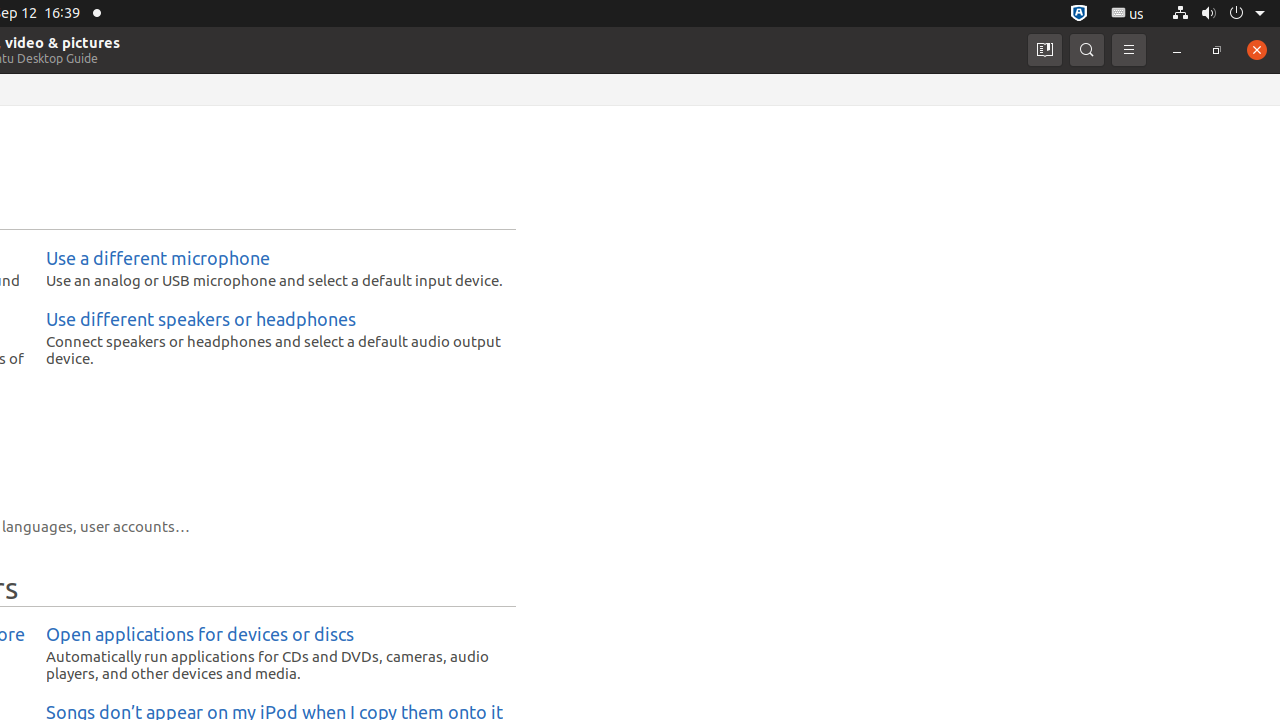 The height and width of the screenshot is (720, 1280). Describe the element at coordinates (1176, 48) in the screenshot. I see `'Minimize'` at that location.